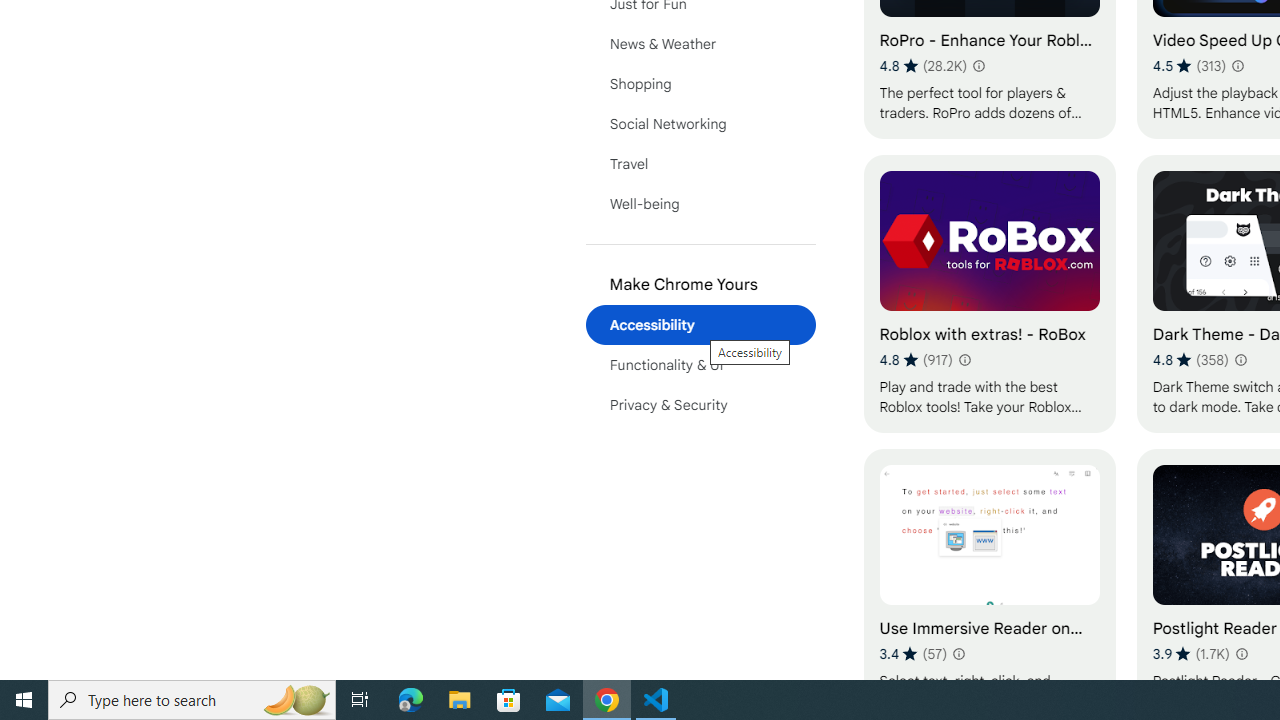 The image size is (1280, 720). I want to click on 'Average rating 4.8 out of 5 stars. 28.2K ratings.', so click(922, 65).